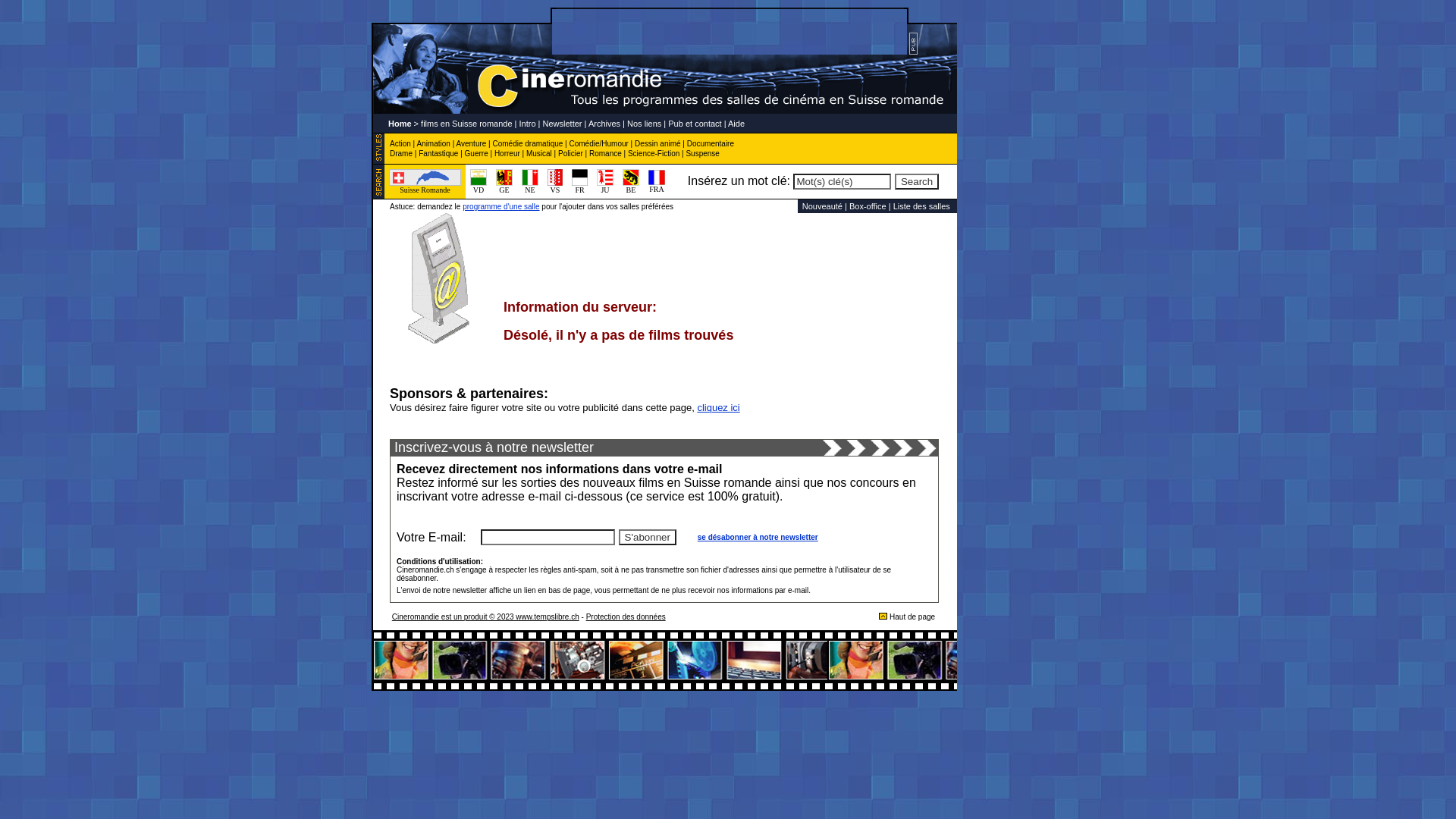  I want to click on 'Fantastique', so click(437, 153).